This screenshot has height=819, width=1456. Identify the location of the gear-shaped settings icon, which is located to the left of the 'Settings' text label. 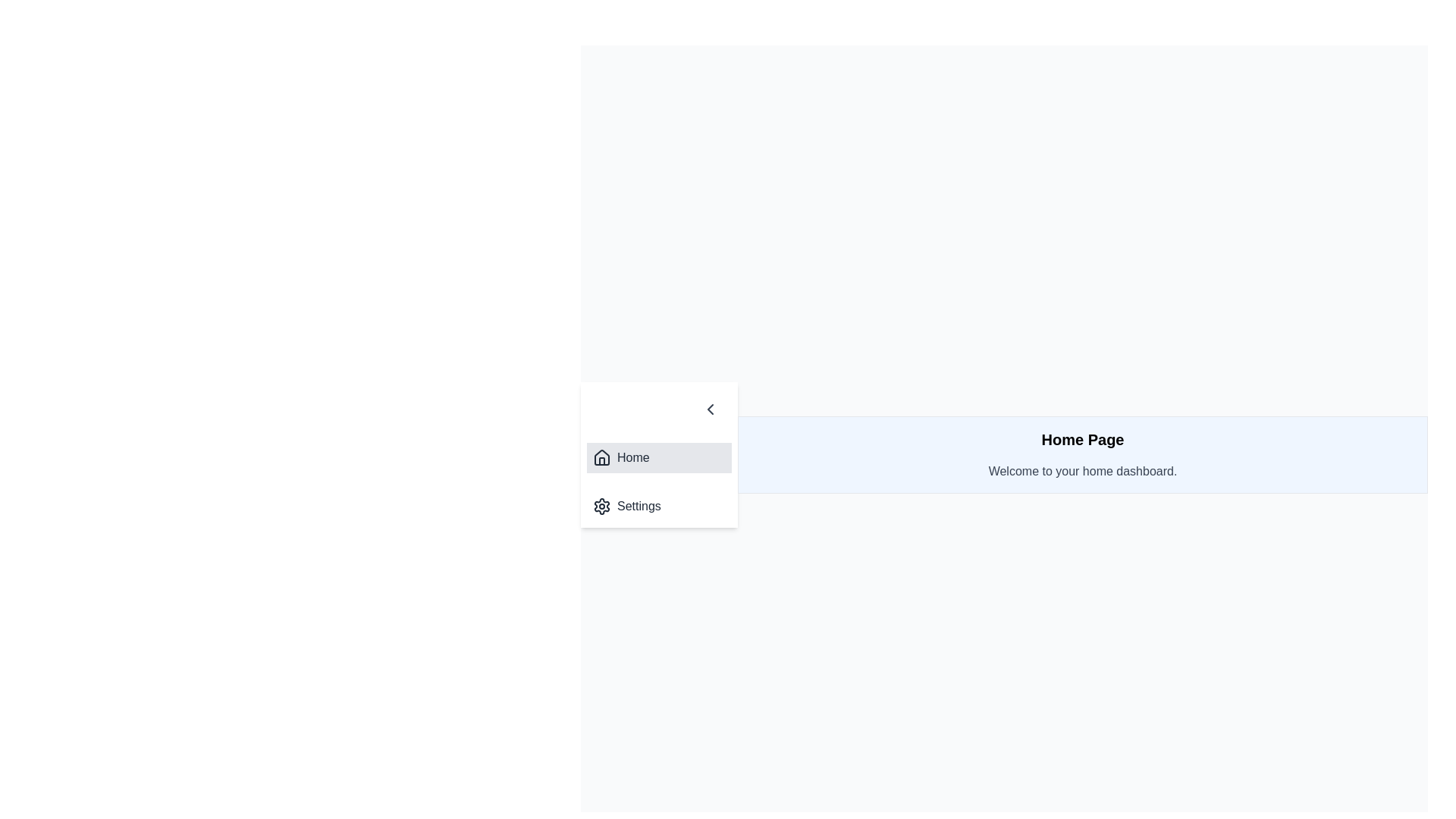
(601, 506).